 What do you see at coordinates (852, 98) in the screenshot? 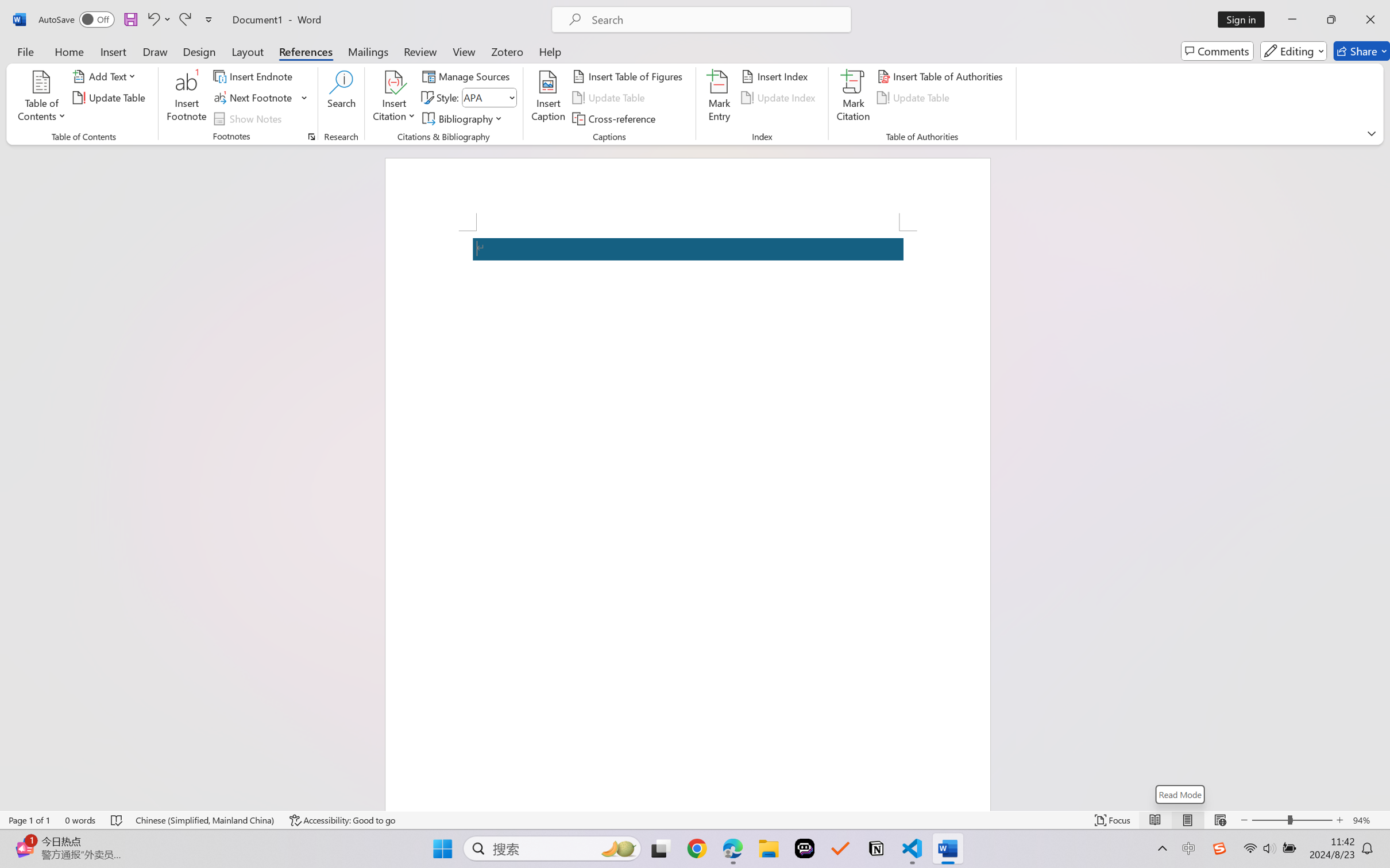
I see `'Mark Citation...'` at bounding box center [852, 98].